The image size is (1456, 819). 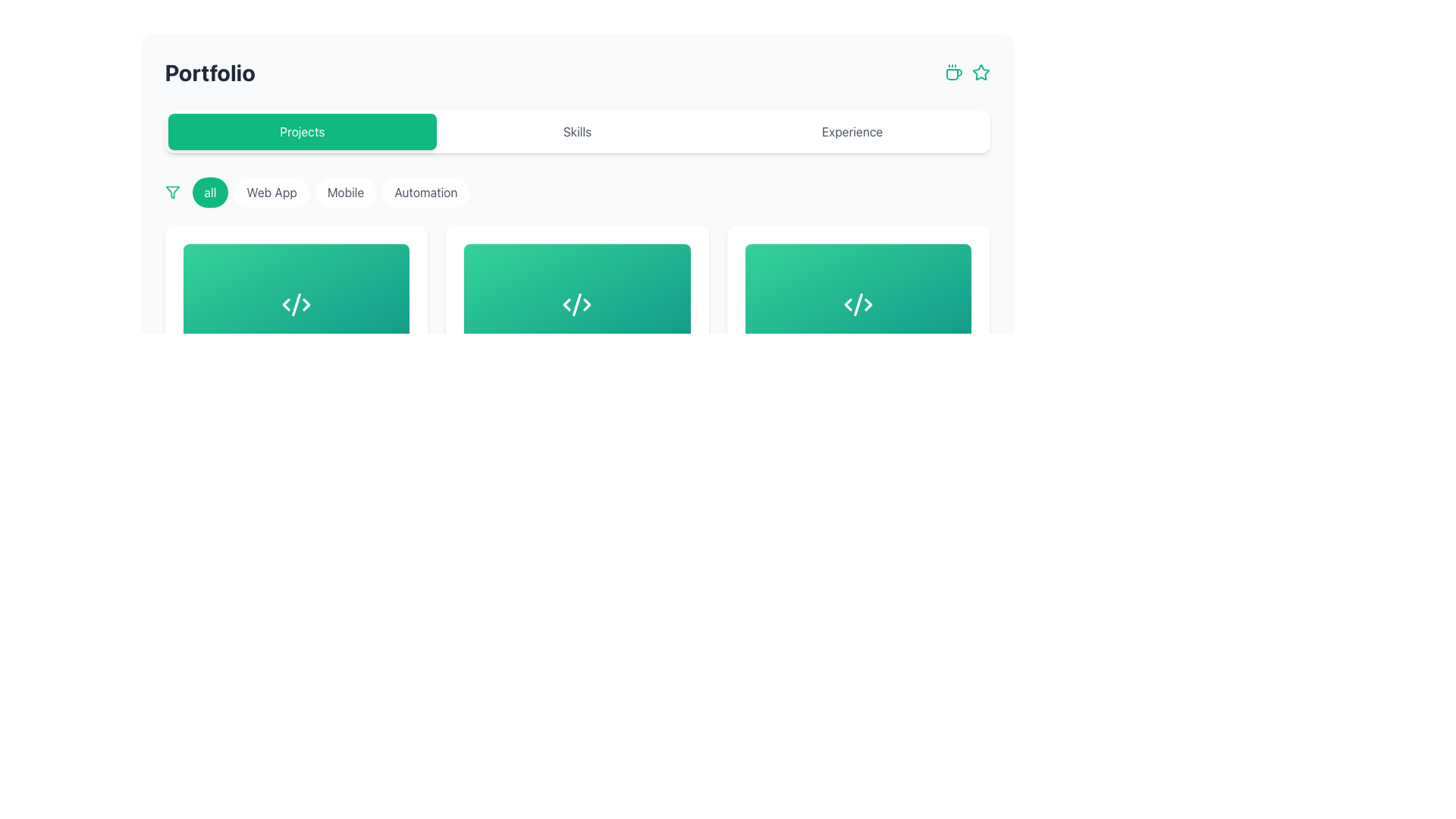 What do you see at coordinates (576, 130) in the screenshot?
I see `the 'Skills' navigation tab to trigger a visual change, which is centrally positioned among sibling tabs, specifically to the right of the 'Projects' tab and left of the 'Experience' tab` at bounding box center [576, 130].